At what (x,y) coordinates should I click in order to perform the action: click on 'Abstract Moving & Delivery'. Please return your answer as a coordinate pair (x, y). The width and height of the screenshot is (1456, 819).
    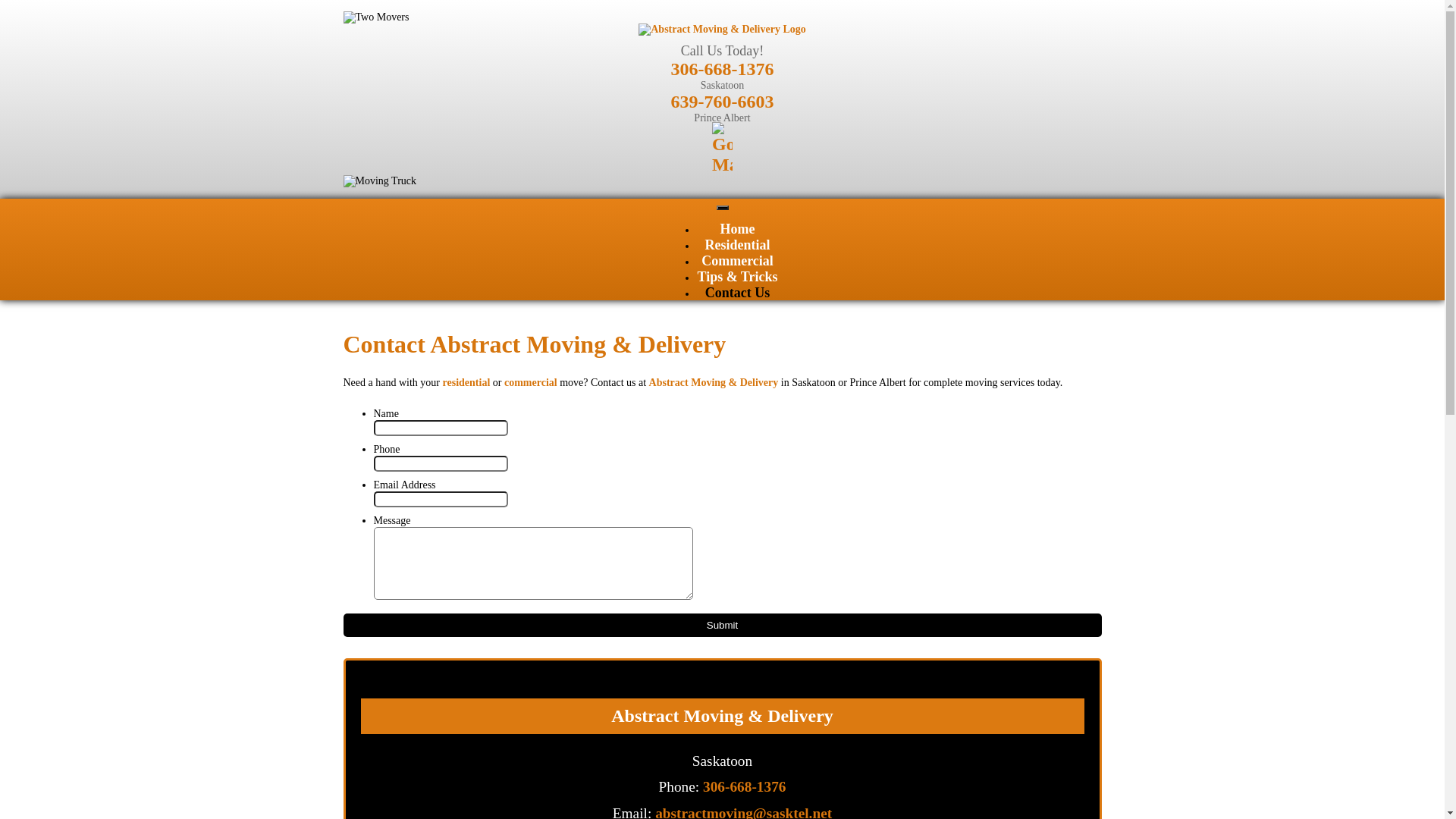
    Looking at the image, I should click on (713, 381).